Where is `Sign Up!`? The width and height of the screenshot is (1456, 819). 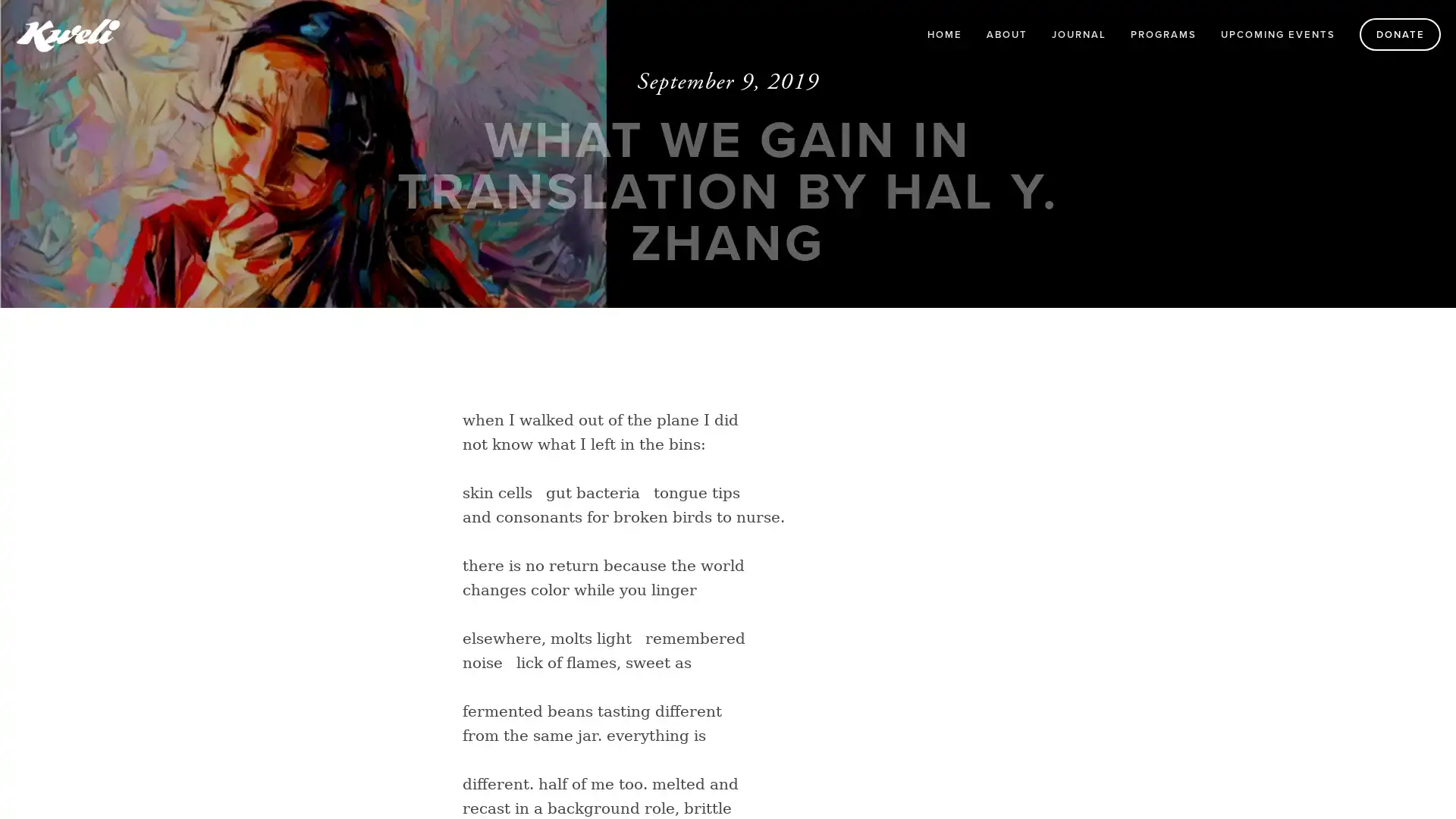 Sign Up! is located at coordinates (728, 643).